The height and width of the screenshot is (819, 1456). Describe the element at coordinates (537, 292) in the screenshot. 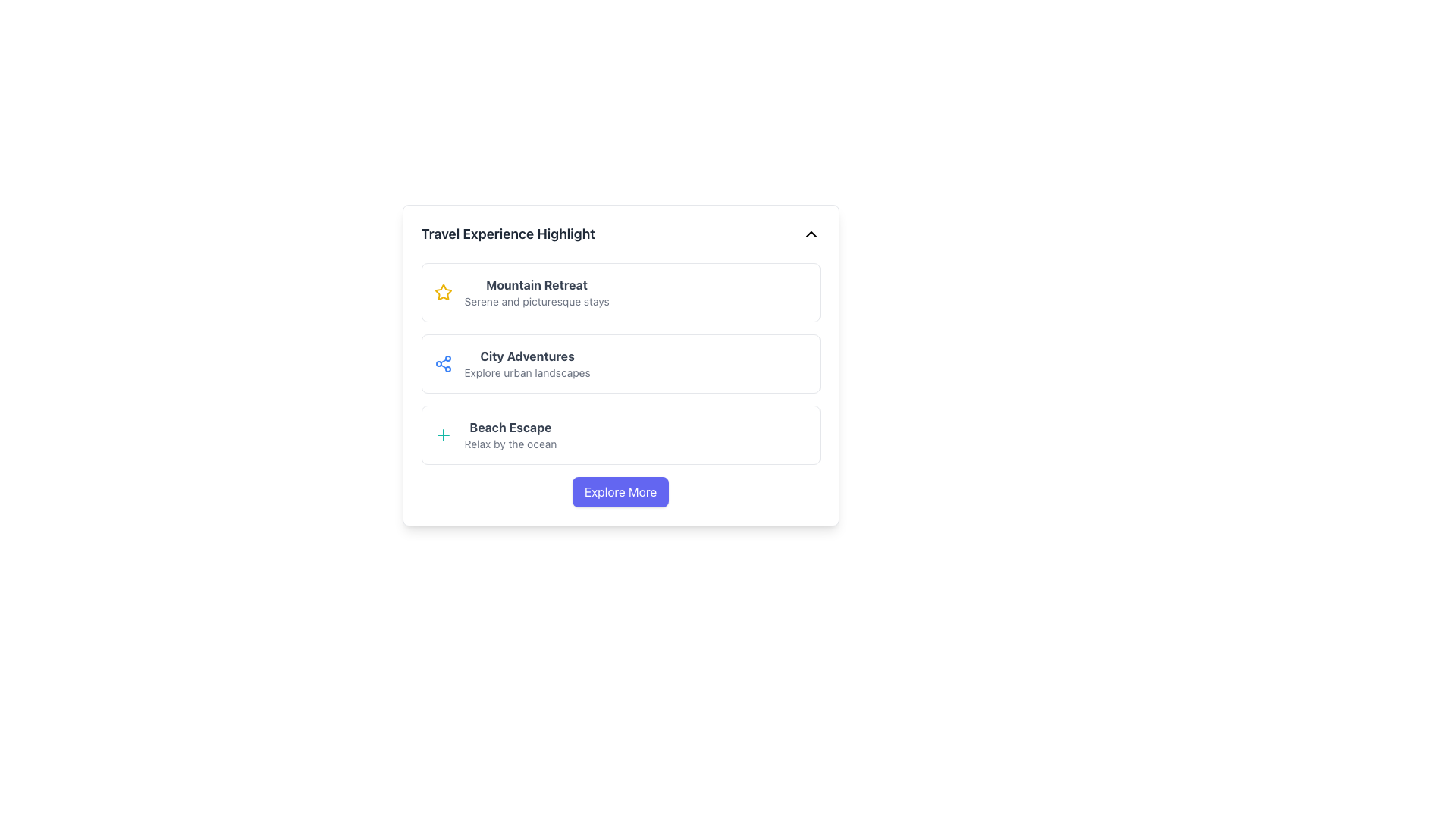

I see `the Informational Label displaying 'Mountain Retreat' with the description 'Serene and picturesque stays' to check for possible tooltips` at that location.